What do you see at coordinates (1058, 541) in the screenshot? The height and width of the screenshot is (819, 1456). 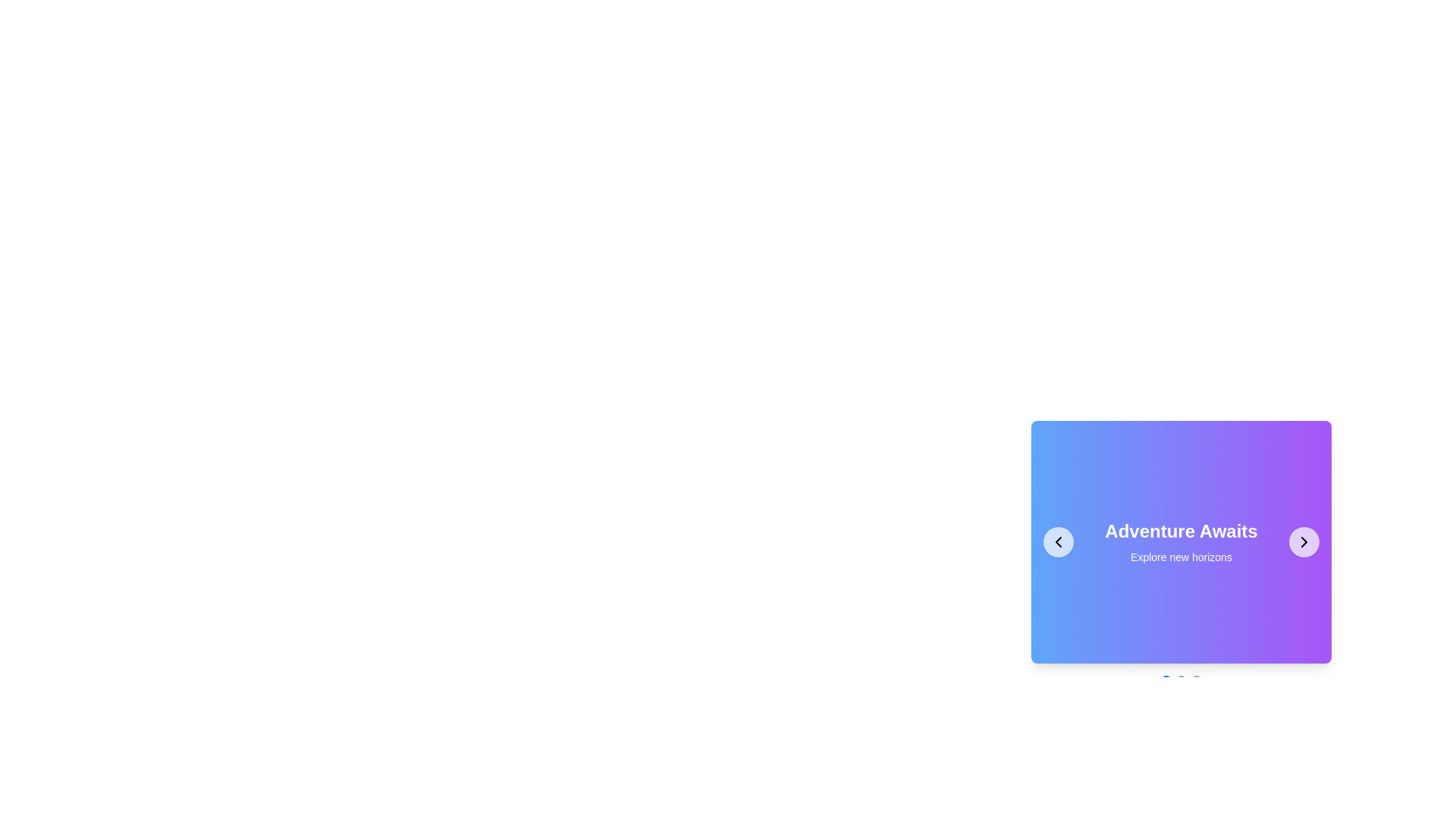 I see `the SVG icon within the circular button on the left edge of the card's midsection` at bounding box center [1058, 541].